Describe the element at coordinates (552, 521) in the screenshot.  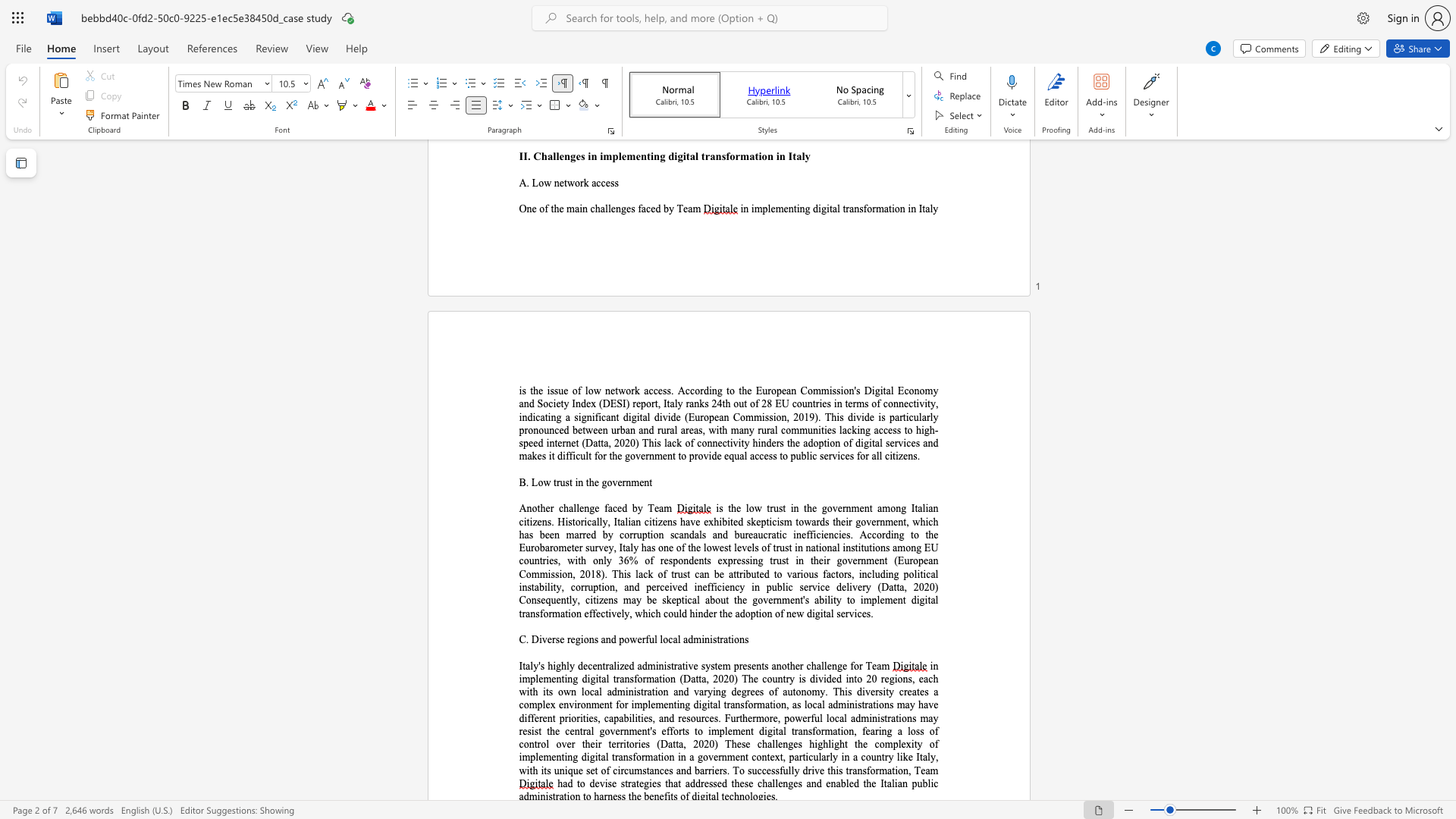
I see `the 1th character "." in the text` at that location.